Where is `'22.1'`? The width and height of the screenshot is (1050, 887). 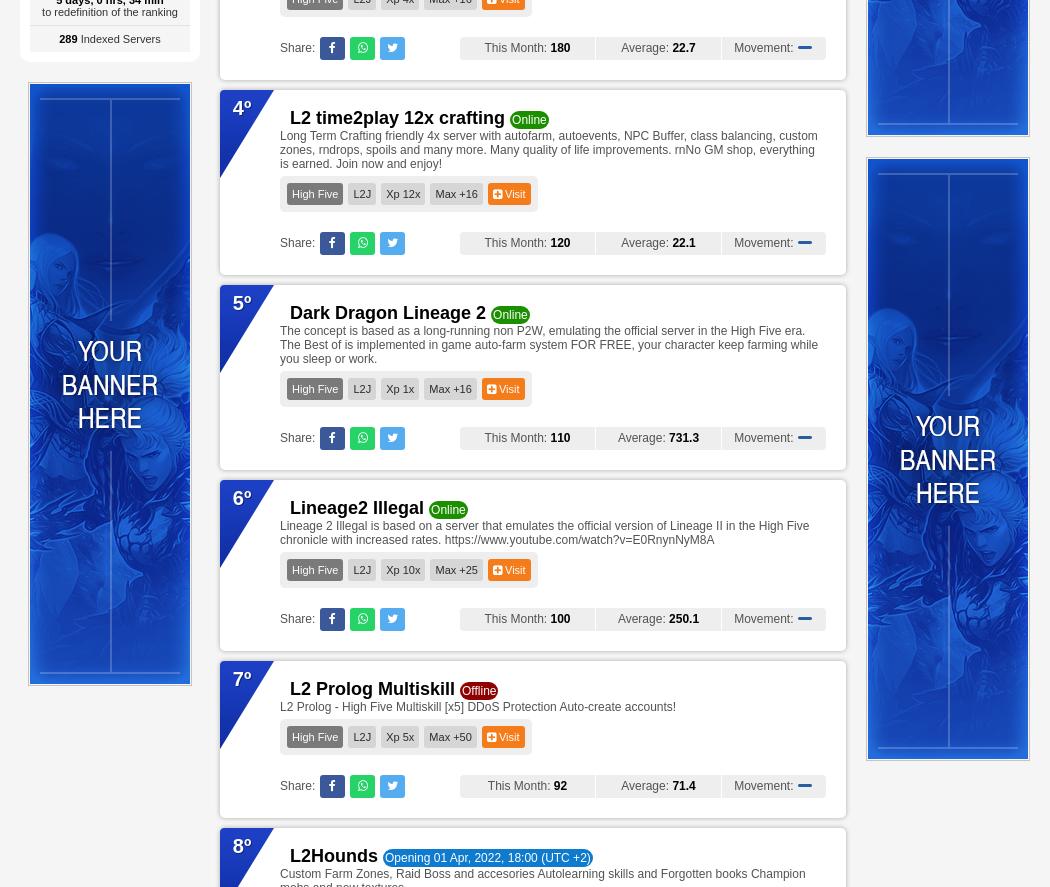 '22.1' is located at coordinates (671, 243).